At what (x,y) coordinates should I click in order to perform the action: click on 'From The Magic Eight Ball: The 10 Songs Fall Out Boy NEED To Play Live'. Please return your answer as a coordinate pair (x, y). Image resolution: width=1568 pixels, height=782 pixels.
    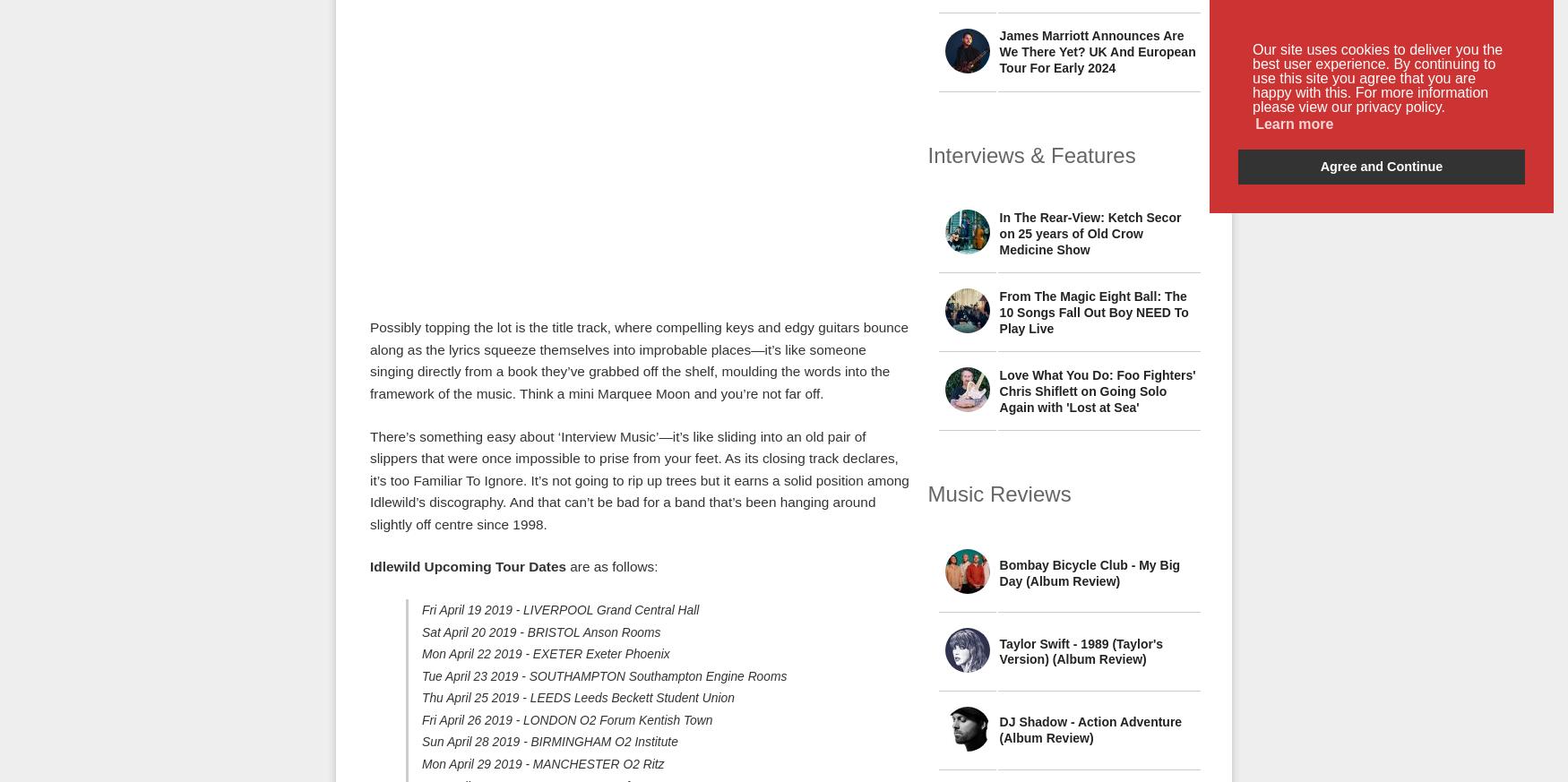
    Looking at the image, I should click on (998, 311).